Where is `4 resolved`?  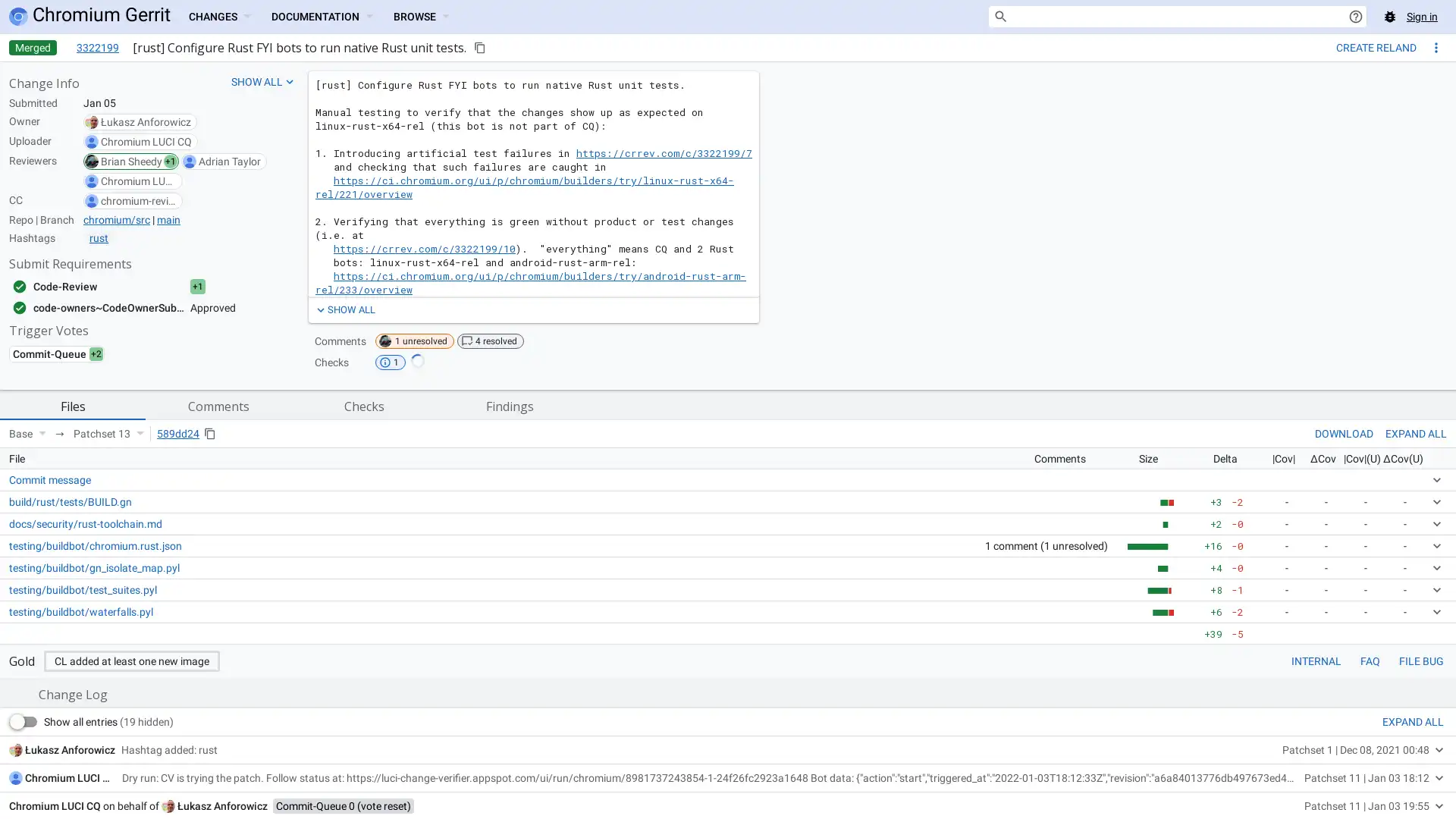
4 resolved is located at coordinates (491, 341).